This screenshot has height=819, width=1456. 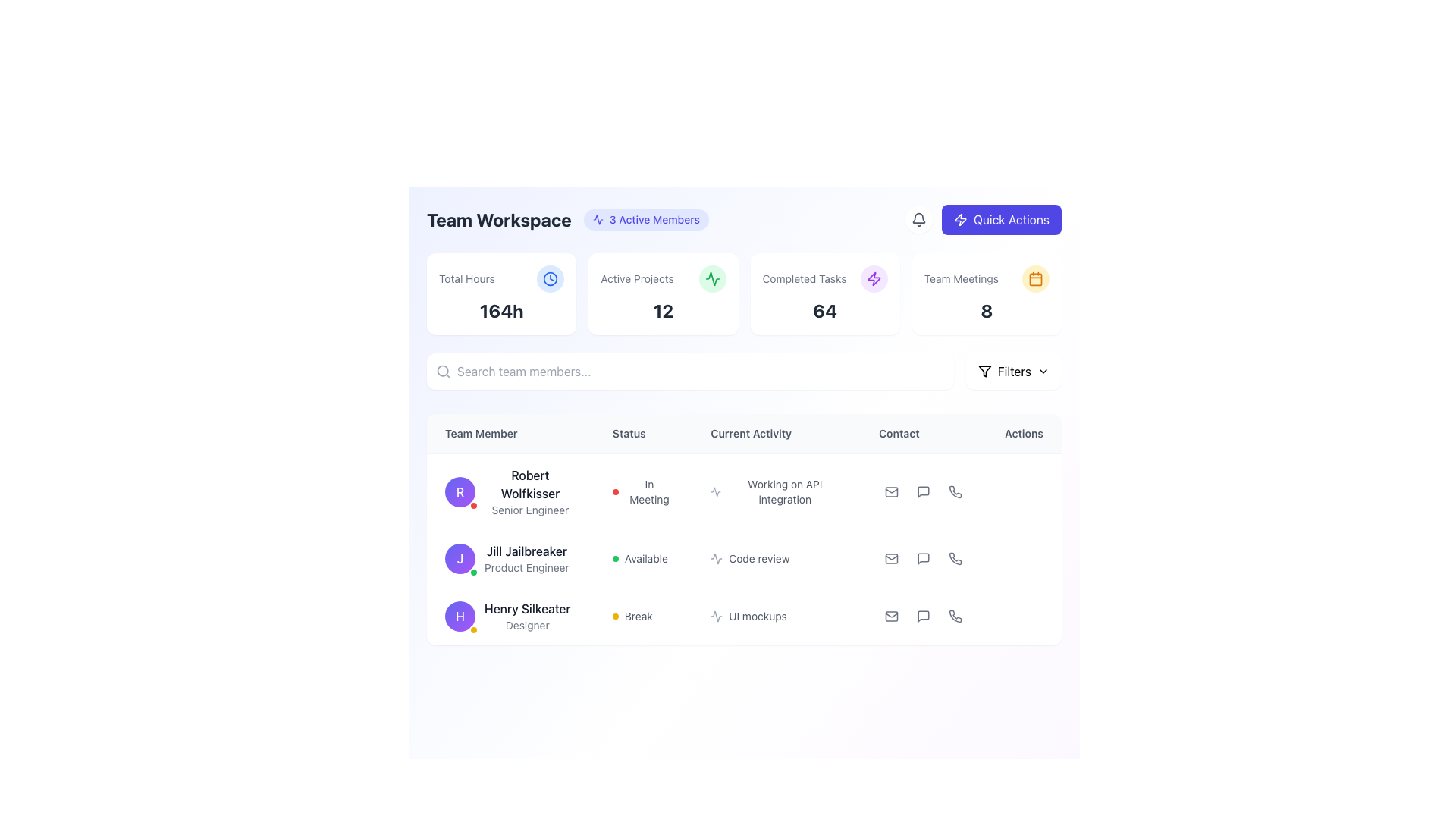 What do you see at coordinates (530, 491) in the screenshot?
I see `the Text Label displaying the name and professional title of the team member, which is the first entry in the 'Team Member' column, located to the right of the purple circular avatar with the letter 'R'` at bounding box center [530, 491].